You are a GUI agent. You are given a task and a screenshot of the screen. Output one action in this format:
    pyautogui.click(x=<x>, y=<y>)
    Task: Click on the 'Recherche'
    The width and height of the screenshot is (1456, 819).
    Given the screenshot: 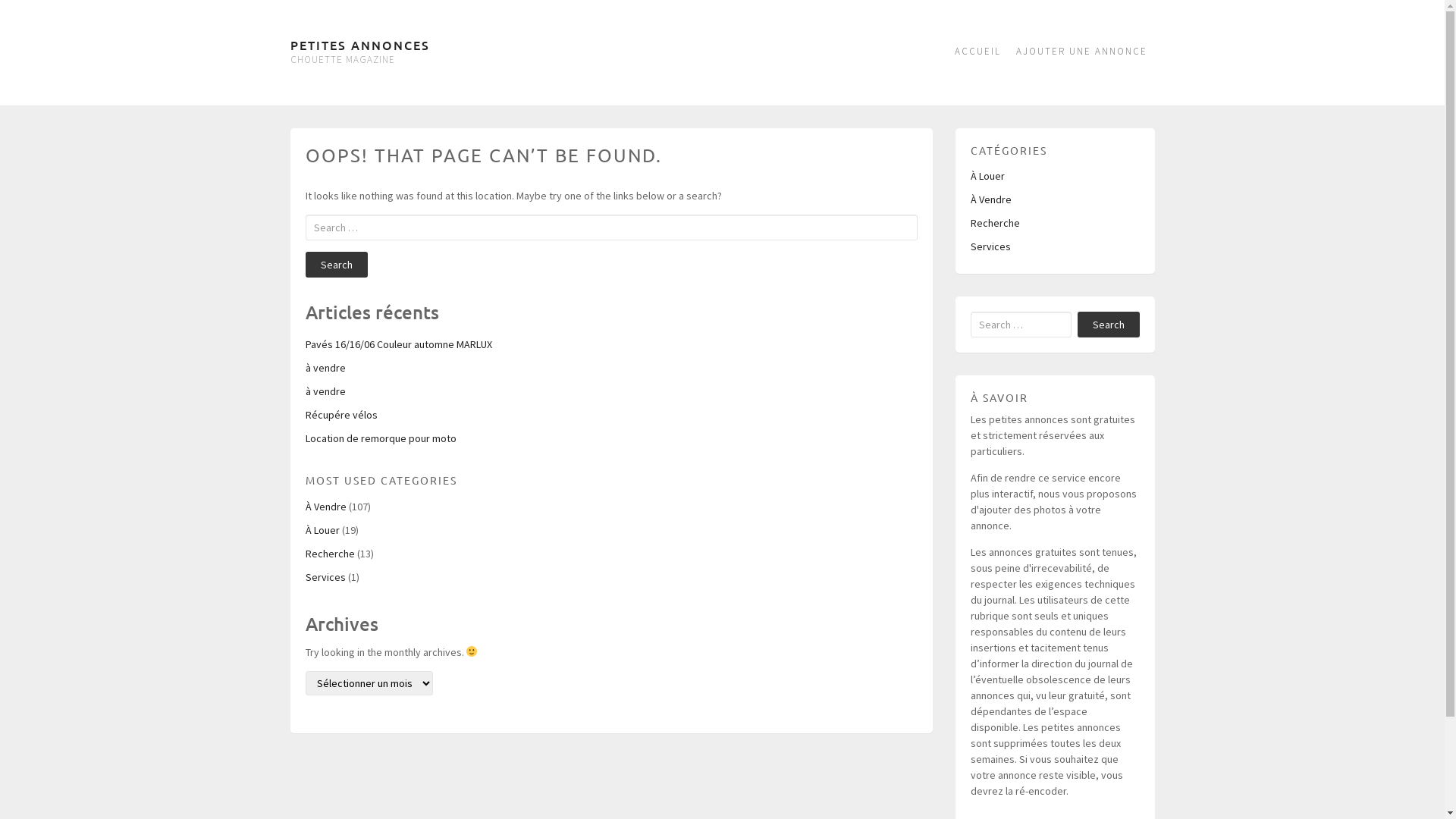 What is the action you would take?
    pyautogui.click(x=995, y=222)
    